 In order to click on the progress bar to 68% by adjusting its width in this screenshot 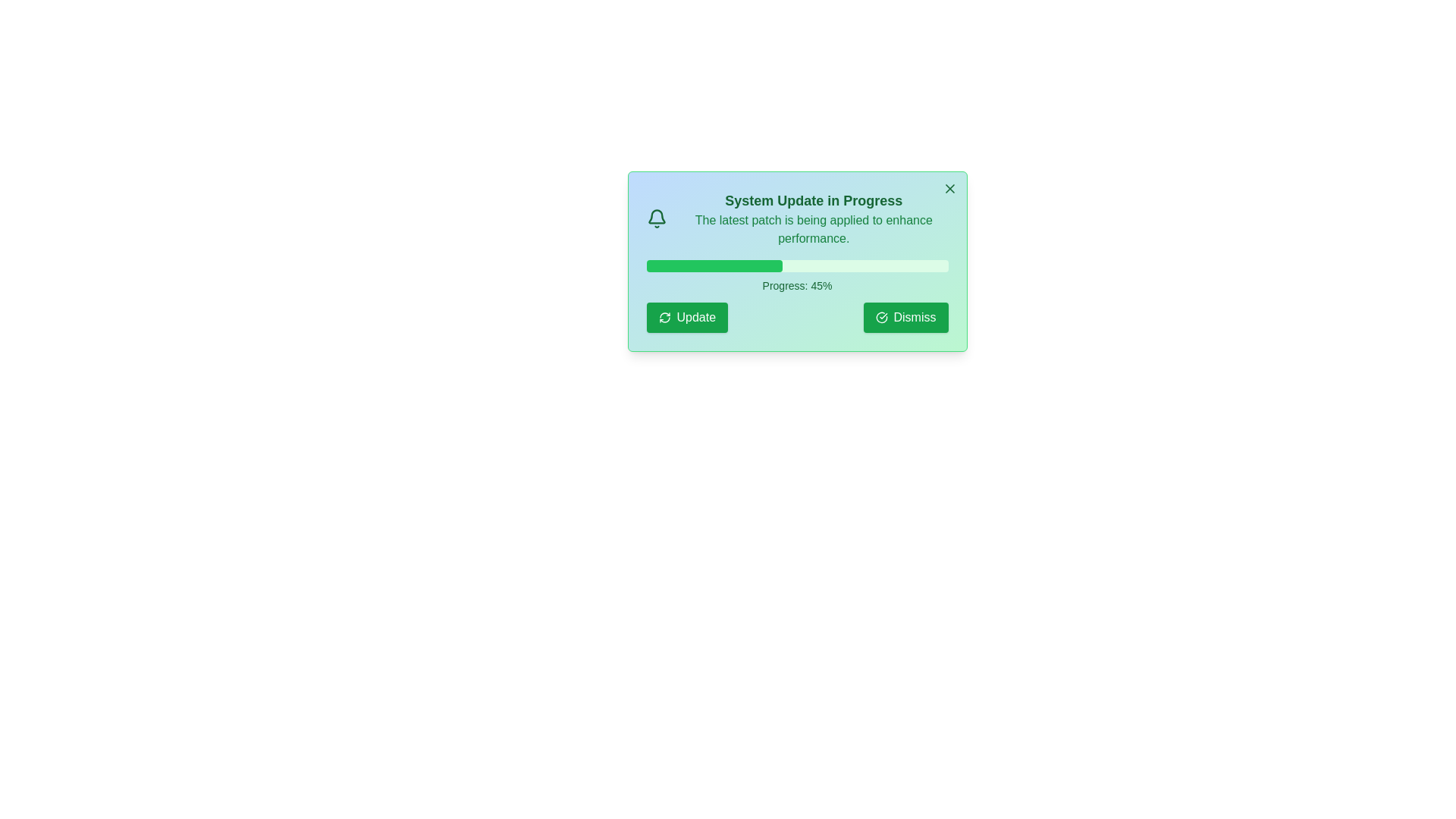, I will do `click(852, 265)`.